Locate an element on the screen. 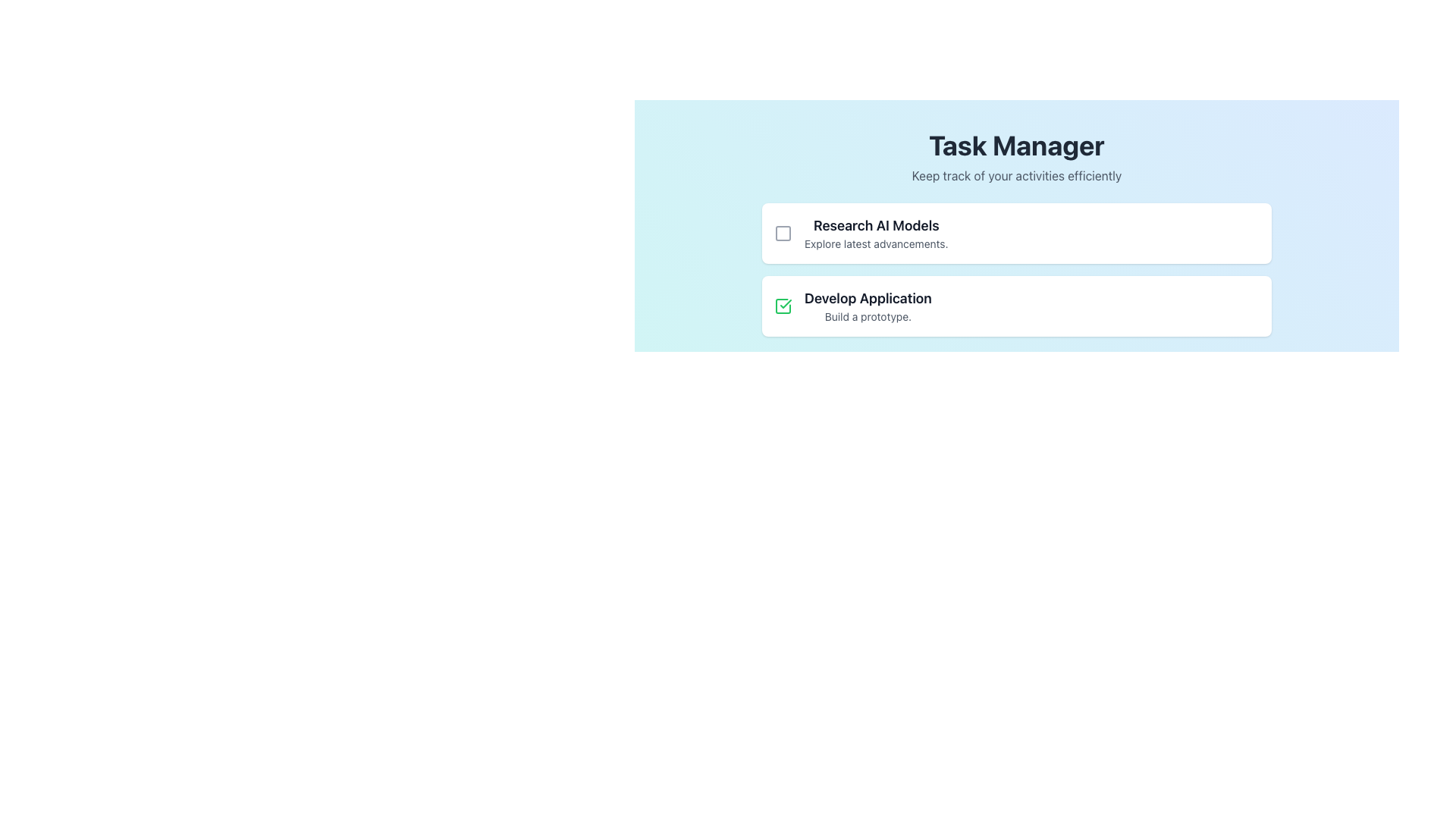 The image size is (1456, 819). the green checkbox with a check-mark located to the left of the 'Develop Application' text is located at coordinates (783, 306).